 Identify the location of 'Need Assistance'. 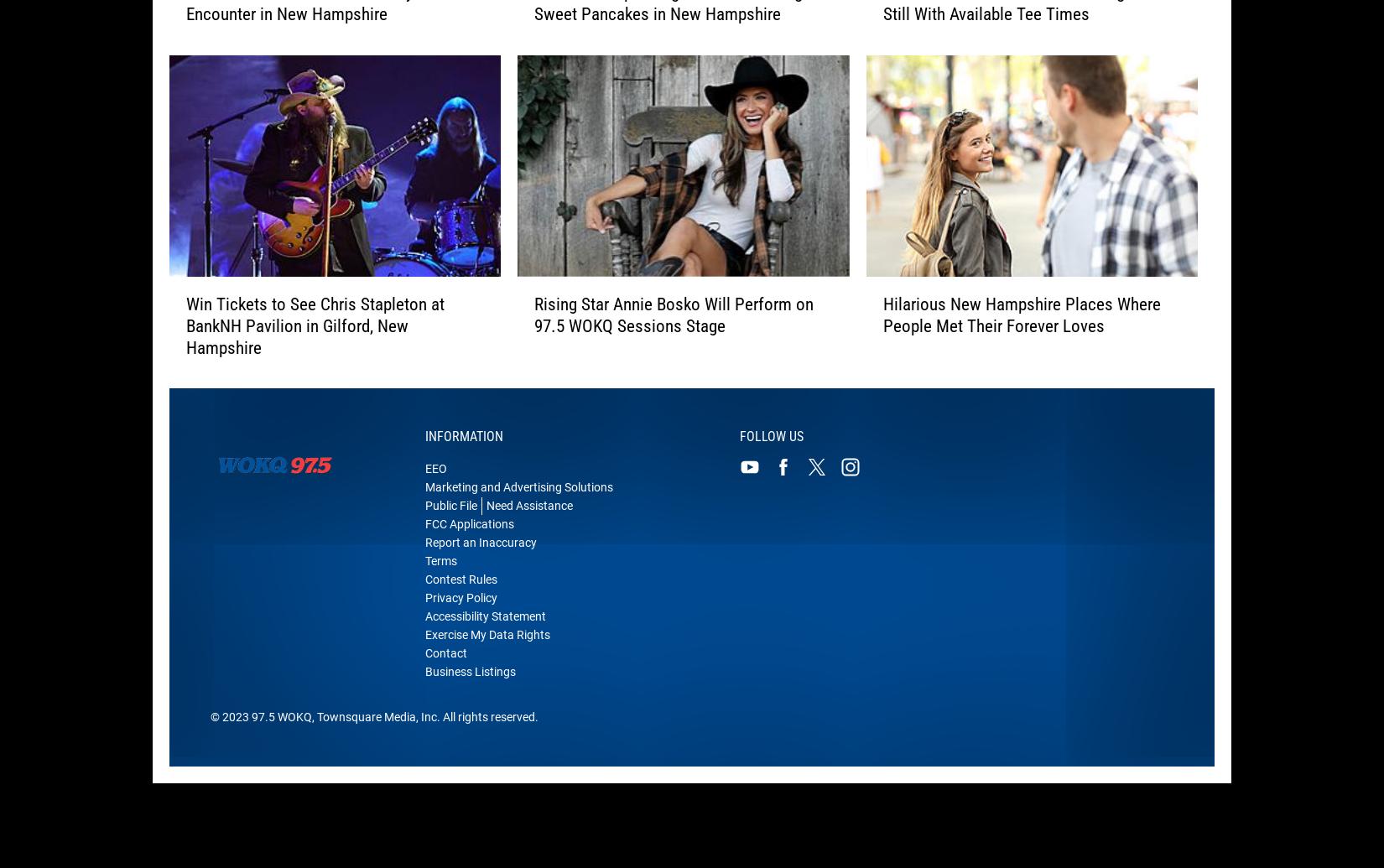
(528, 516).